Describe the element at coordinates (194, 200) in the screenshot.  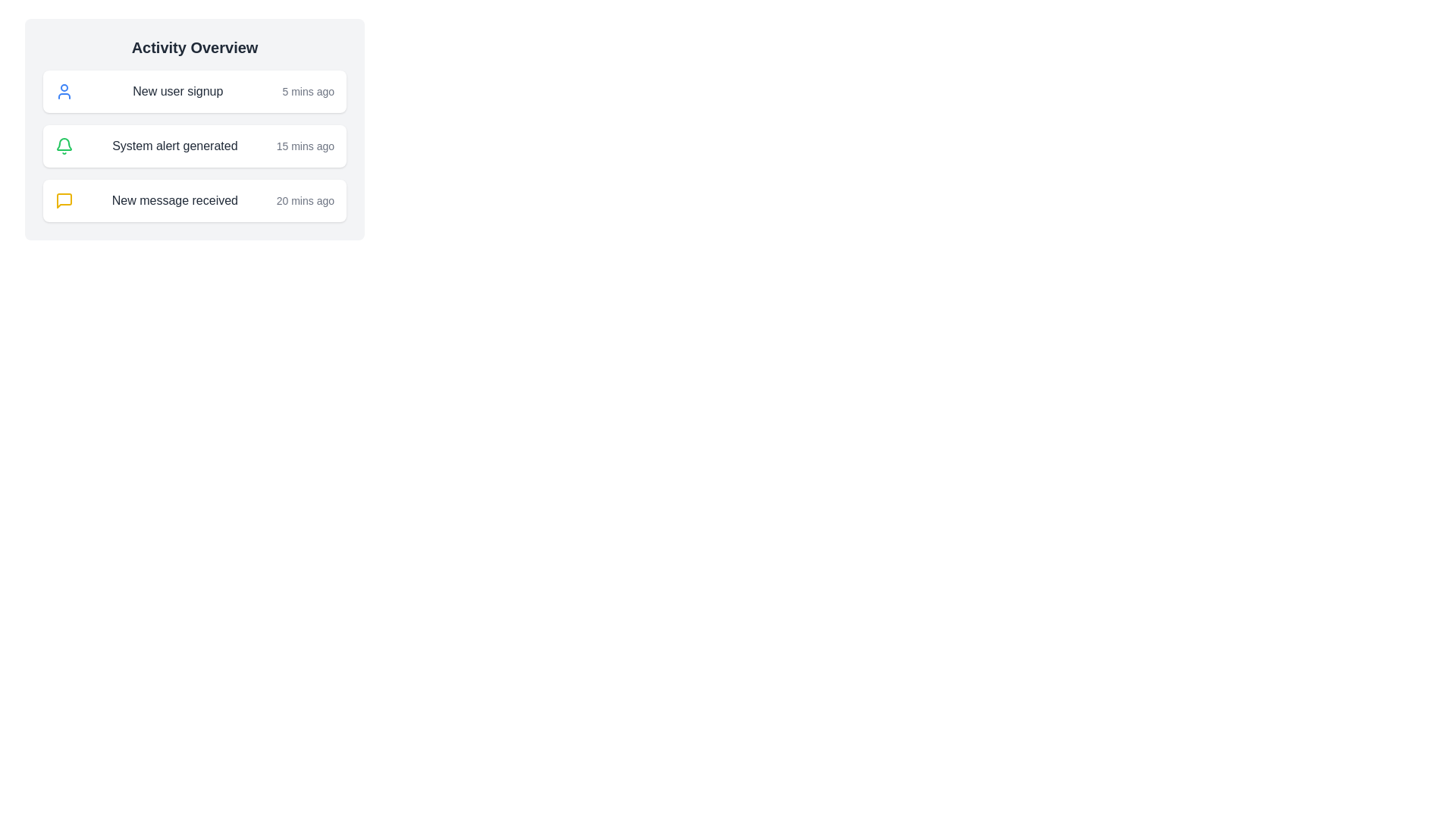
I see `notification details from the Notification card indicating a new message received 20 minutes ago, which is the third item in the vertical list of notifications under the 'Activity Overview' panel` at that location.